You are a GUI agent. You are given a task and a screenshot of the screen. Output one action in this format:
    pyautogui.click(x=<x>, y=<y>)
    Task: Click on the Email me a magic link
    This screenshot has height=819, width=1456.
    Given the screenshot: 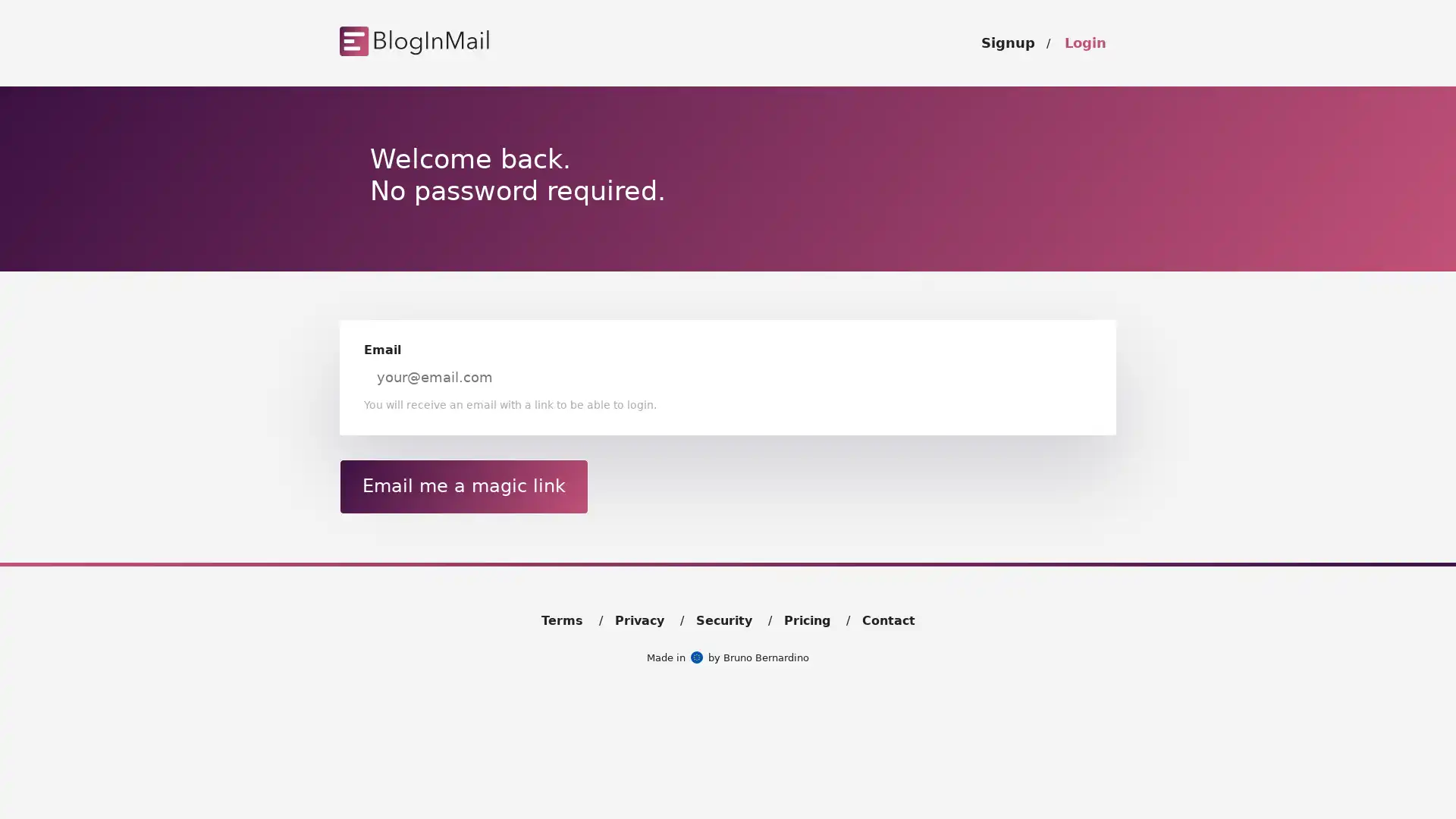 What is the action you would take?
    pyautogui.click(x=463, y=485)
    